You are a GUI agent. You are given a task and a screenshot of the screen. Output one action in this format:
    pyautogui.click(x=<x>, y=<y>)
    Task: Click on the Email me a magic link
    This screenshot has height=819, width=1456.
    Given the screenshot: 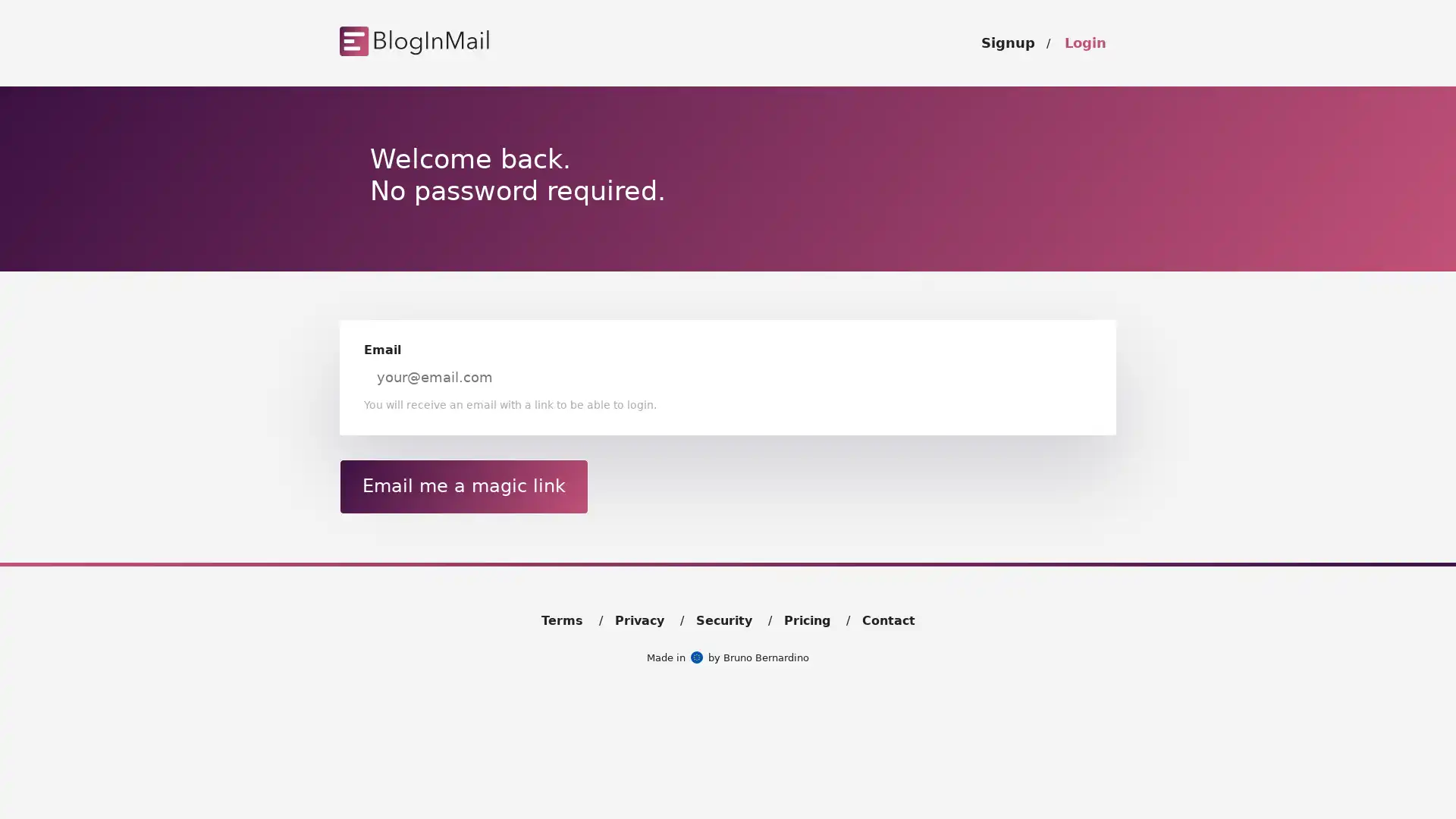 What is the action you would take?
    pyautogui.click(x=463, y=485)
    